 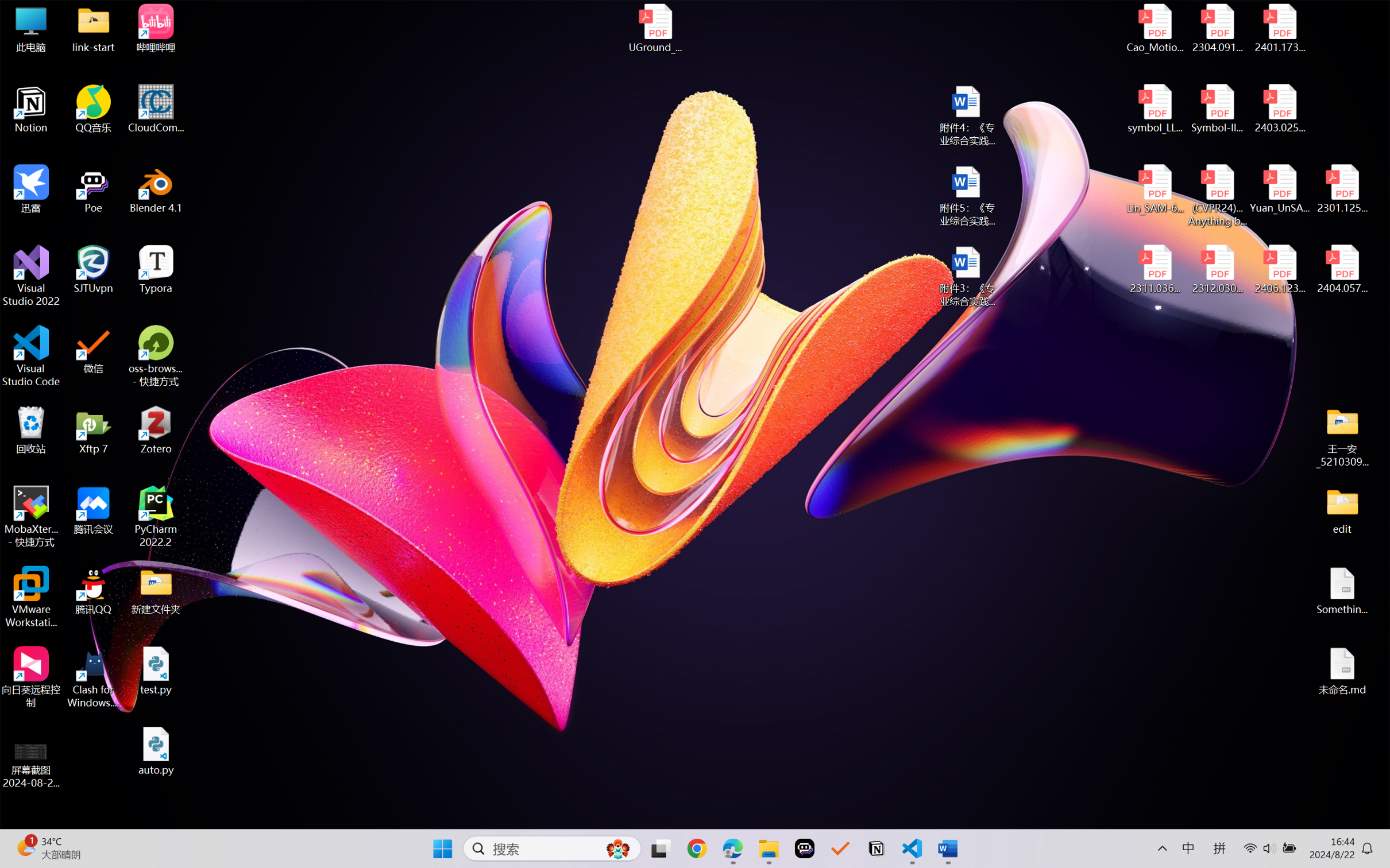 I want to click on '2311.03658v2.pdf', so click(x=1155, y=269).